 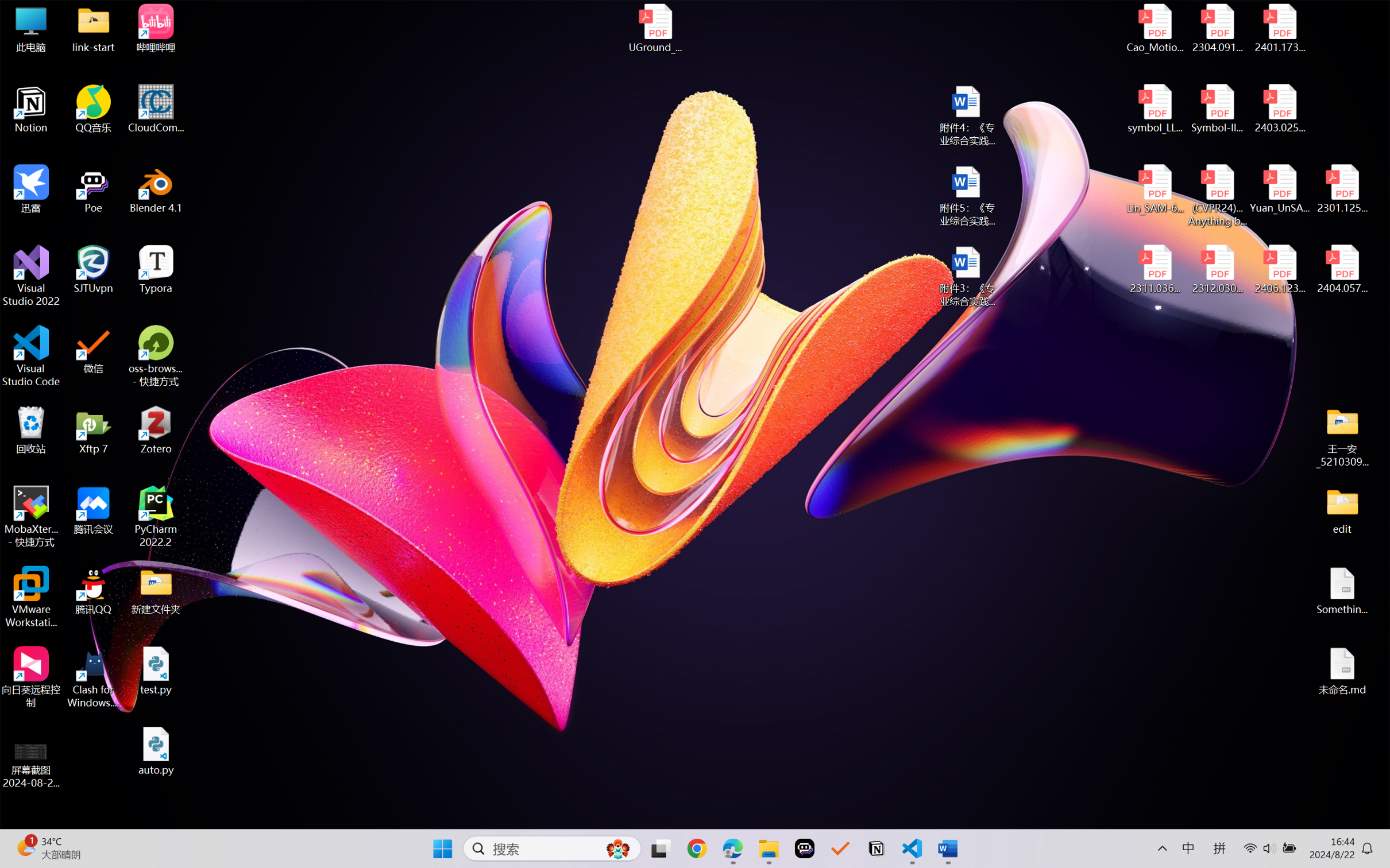 I want to click on '2311.03658v2.pdf', so click(x=1155, y=269).